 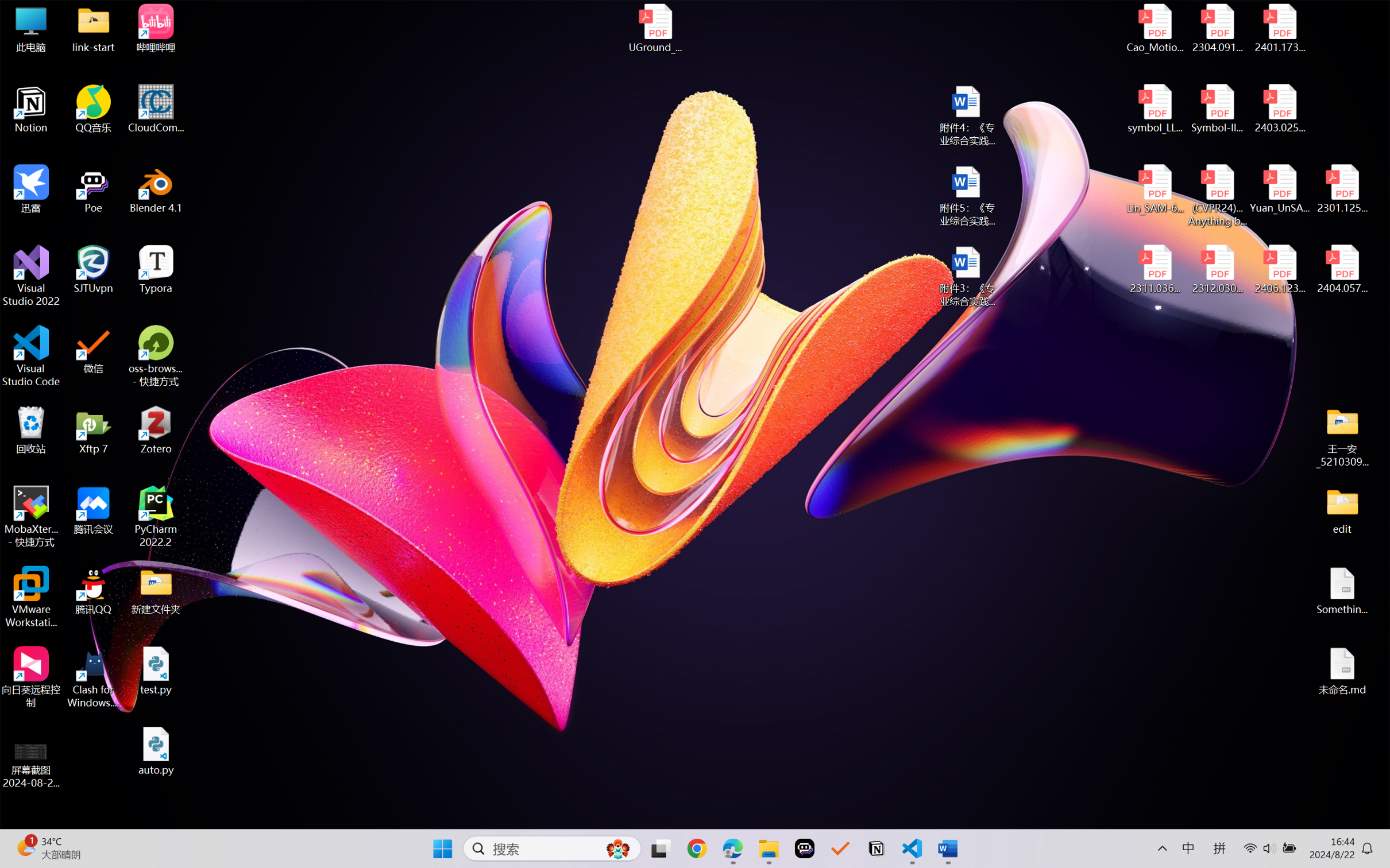 I want to click on '2311.03658v2.pdf', so click(x=1155, y=269).